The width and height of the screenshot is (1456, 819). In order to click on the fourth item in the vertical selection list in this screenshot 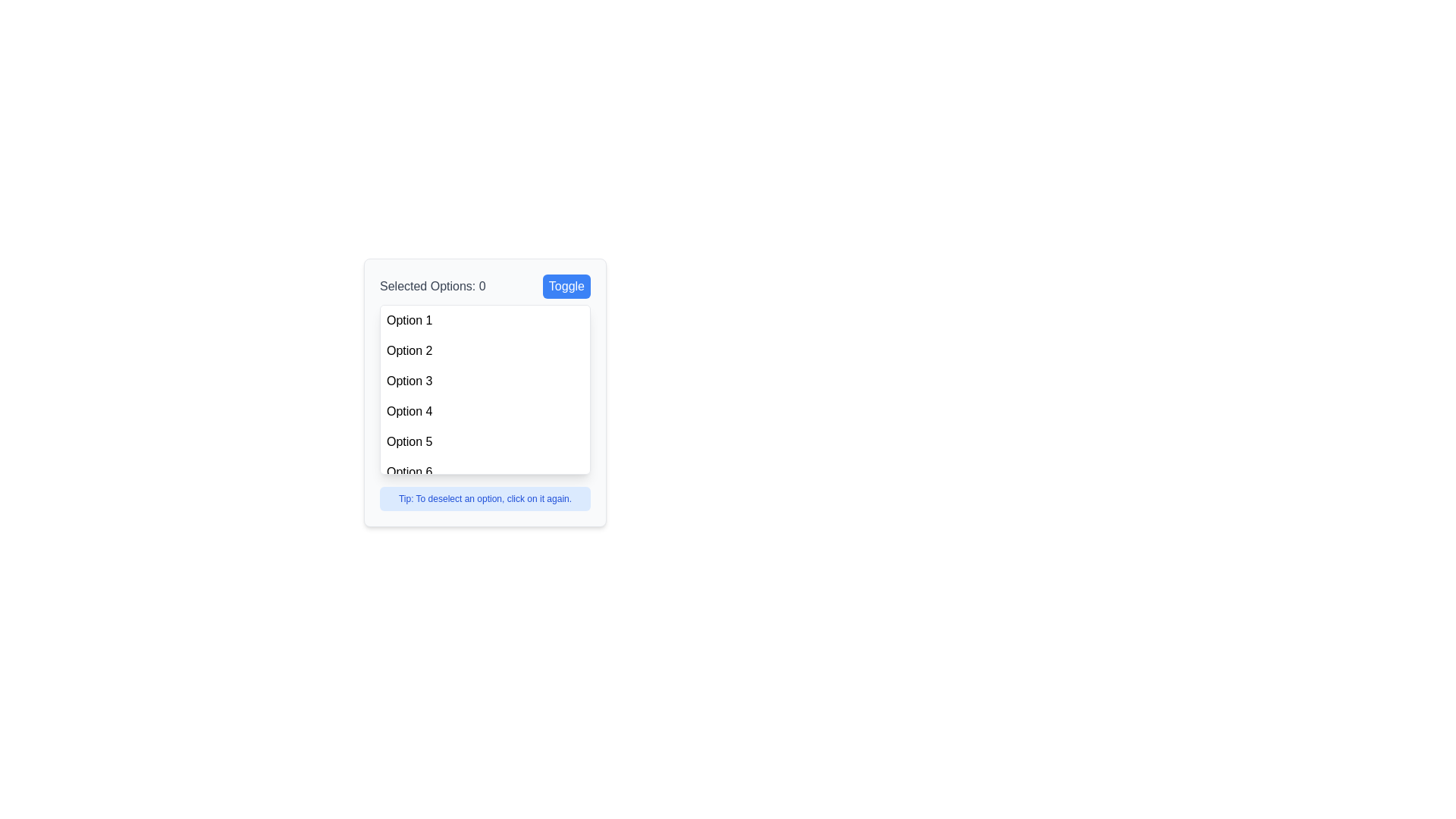, I will do `click(409, 412)`.